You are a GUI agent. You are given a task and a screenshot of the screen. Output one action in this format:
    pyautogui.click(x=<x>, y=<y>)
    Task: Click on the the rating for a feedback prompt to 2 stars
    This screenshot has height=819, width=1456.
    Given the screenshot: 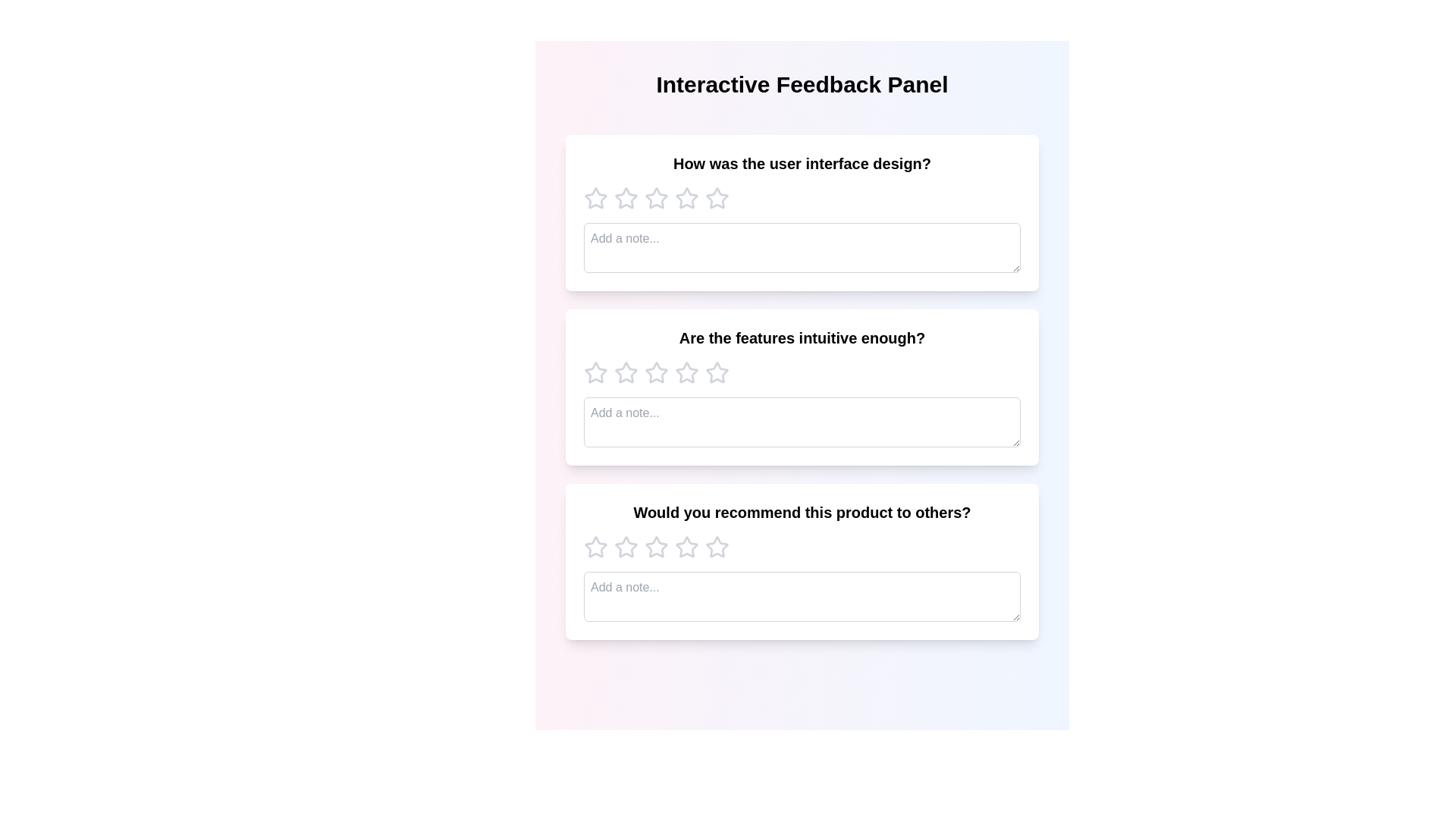 What is the action you would take?
    pyautogui.click(x=626, y=198)
    